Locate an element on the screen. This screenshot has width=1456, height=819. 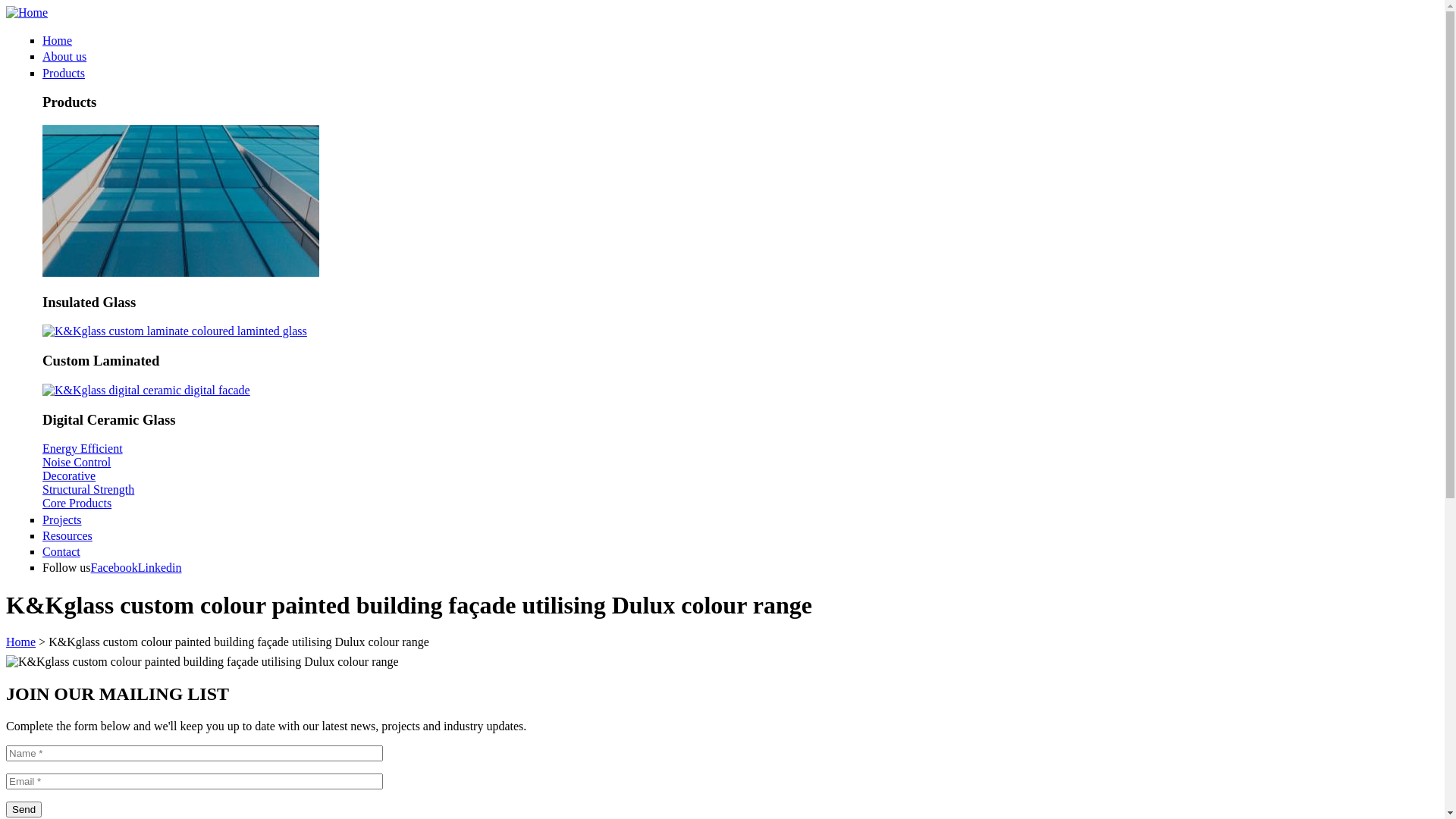
'Send' is located at coordinates (6, 808).